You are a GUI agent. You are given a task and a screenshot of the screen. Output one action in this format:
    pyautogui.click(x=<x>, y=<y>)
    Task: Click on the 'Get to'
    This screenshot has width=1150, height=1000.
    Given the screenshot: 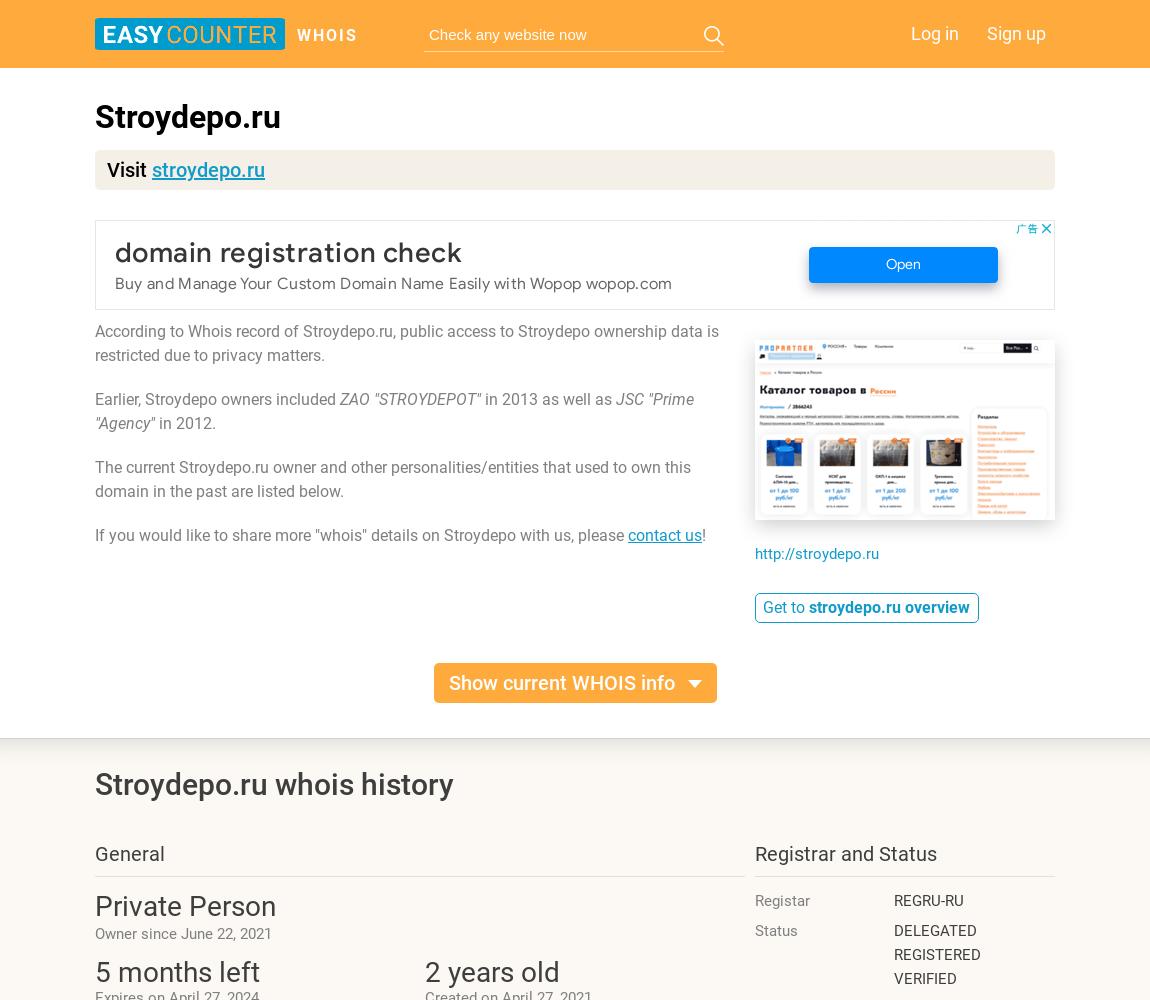 What is the action you would take?
    pyautogui.click(x=762, y=606)
    